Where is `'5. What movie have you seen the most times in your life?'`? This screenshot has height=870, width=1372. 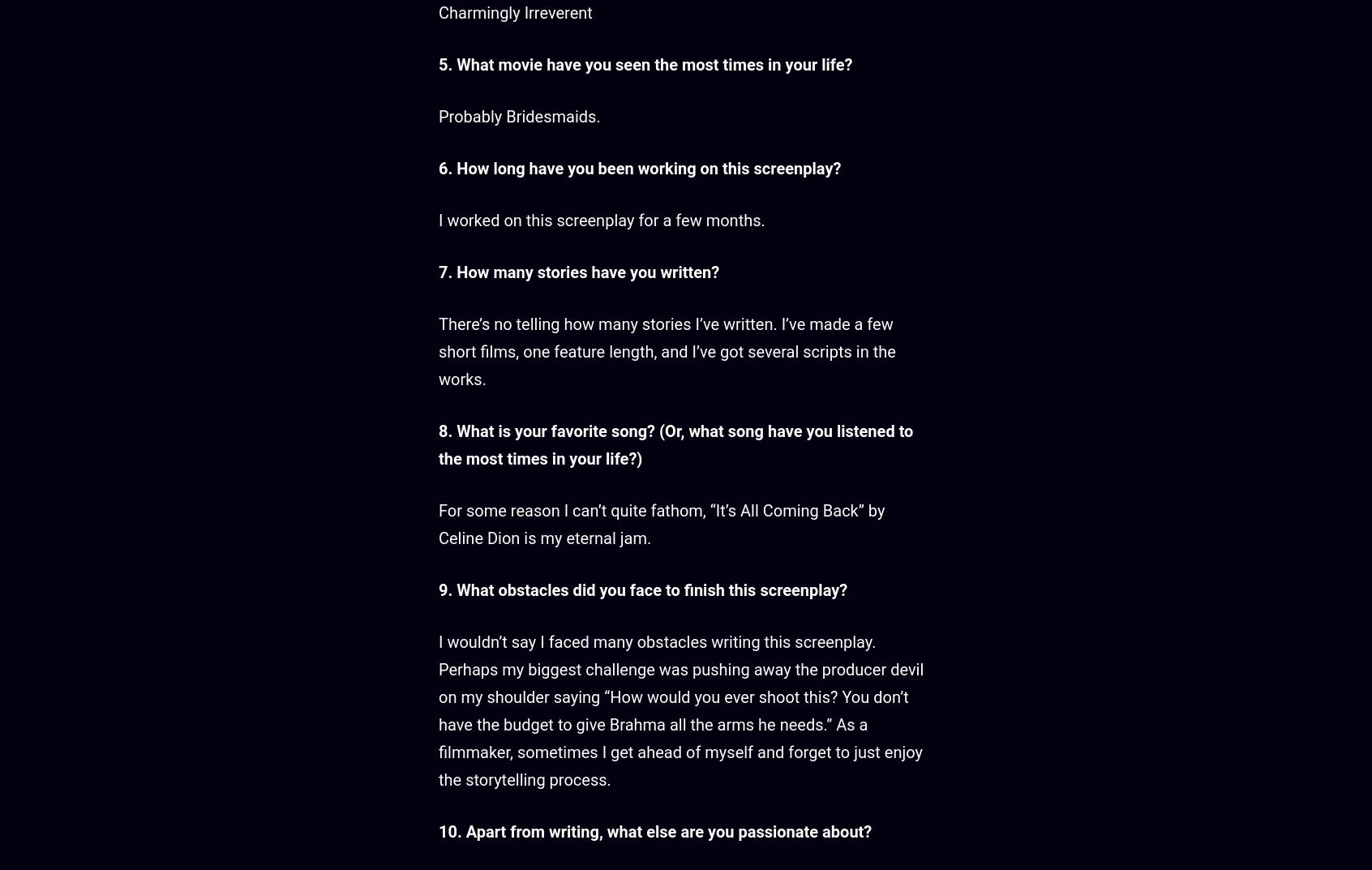
'5. What movie have you seen the most times in your life?' is located at coordinates (645, 65).